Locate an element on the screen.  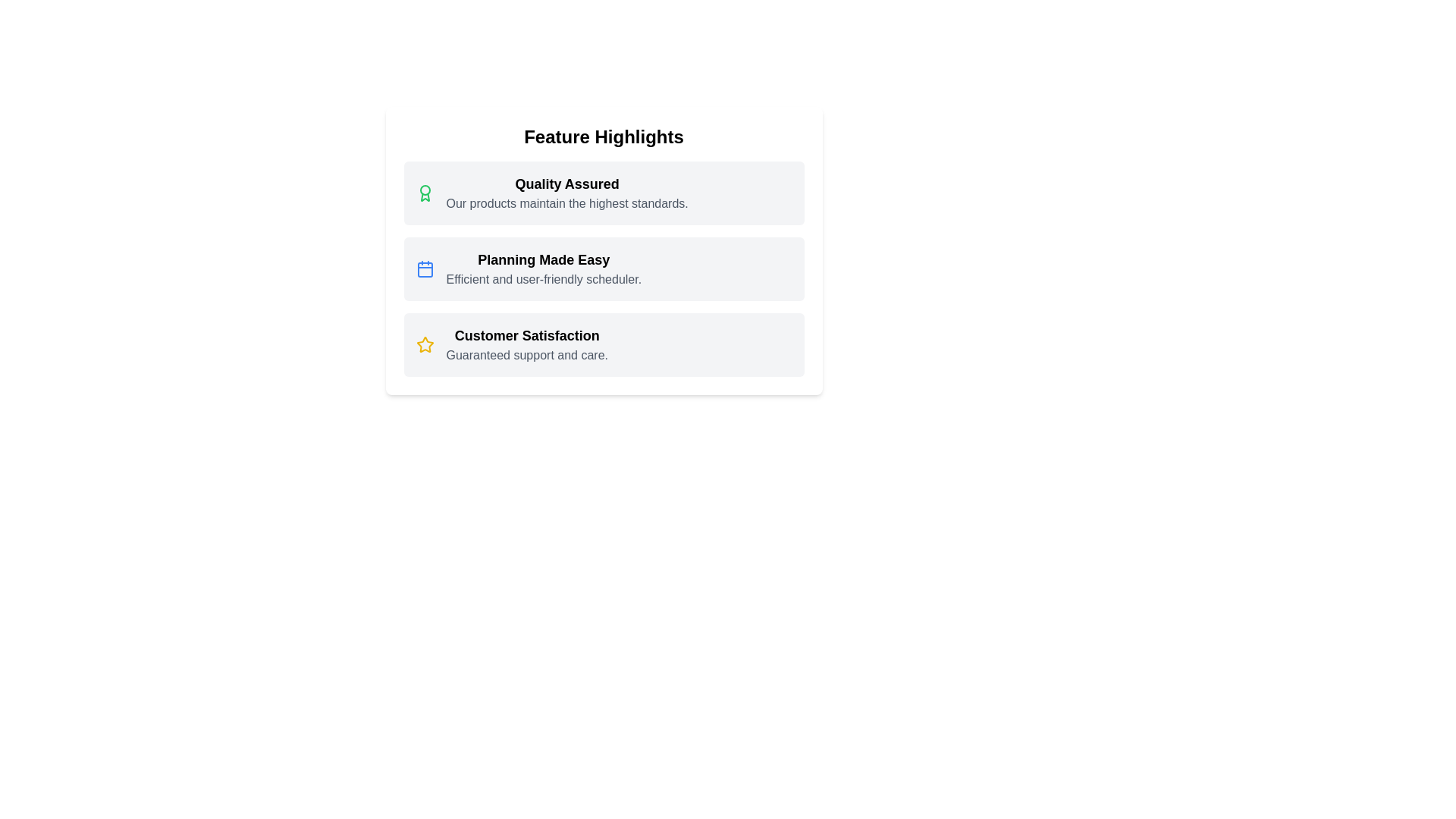
the Information card displaying 'Quality Assured' with a green badge icon on the left, located at the top of the 'Feature Highlights' list is located at coordinates (603, 192).